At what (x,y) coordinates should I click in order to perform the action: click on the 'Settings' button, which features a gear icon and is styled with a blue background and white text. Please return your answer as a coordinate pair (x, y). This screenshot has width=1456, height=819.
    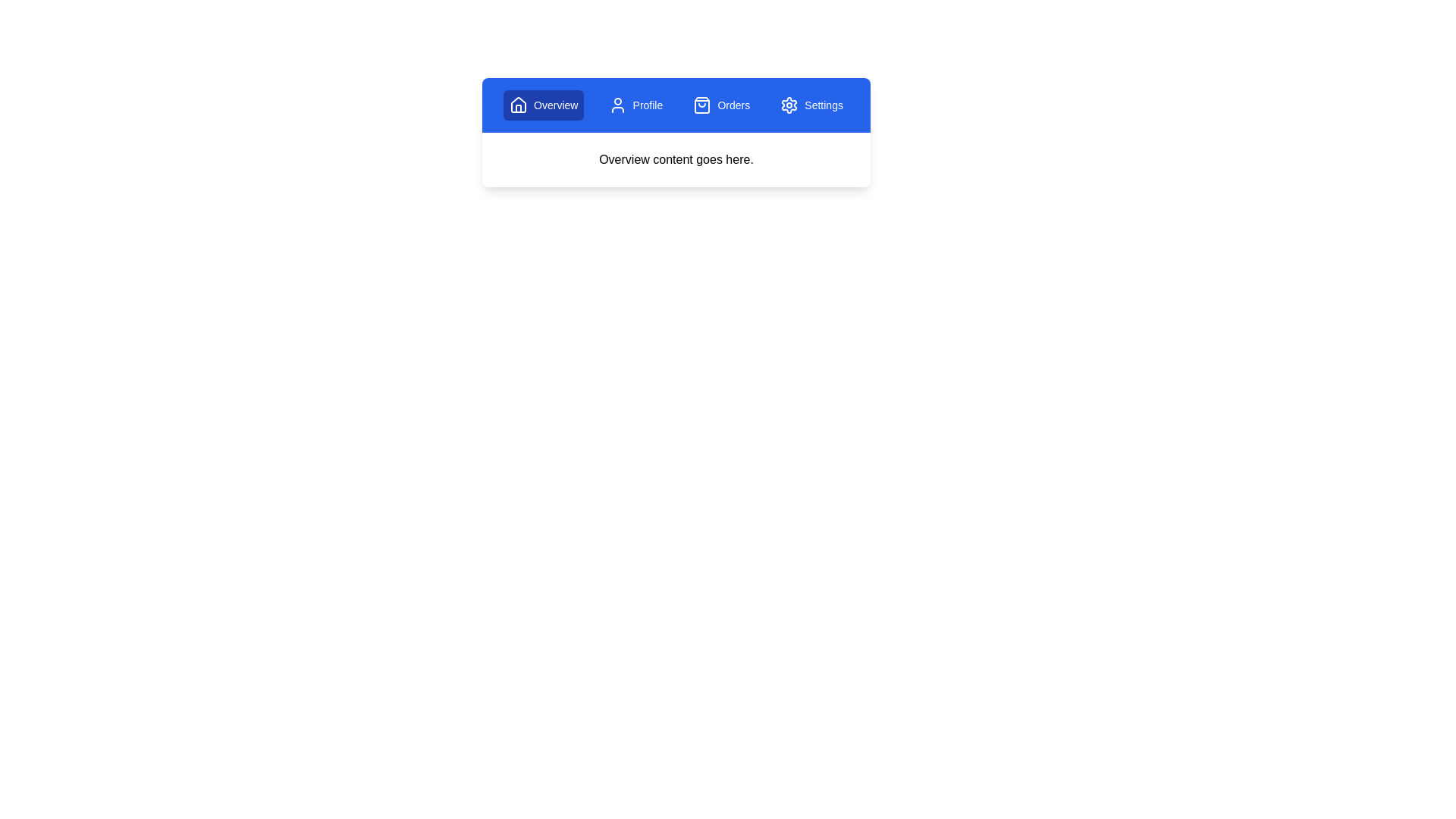
    Looking at the image, I should click on (811, 104).